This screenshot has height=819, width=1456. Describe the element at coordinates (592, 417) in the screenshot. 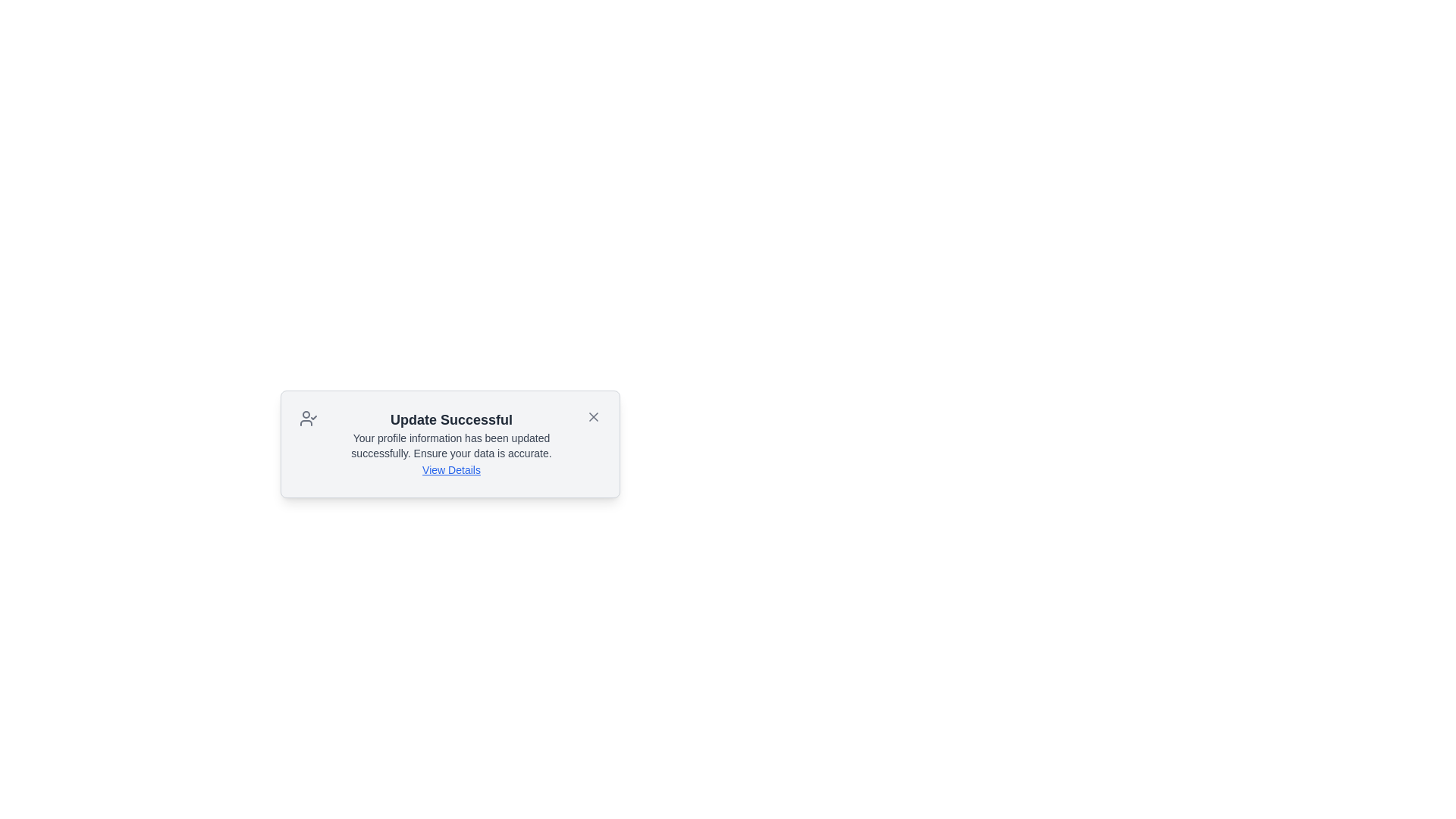

I see `the close button to observe its hover effect` at that location.